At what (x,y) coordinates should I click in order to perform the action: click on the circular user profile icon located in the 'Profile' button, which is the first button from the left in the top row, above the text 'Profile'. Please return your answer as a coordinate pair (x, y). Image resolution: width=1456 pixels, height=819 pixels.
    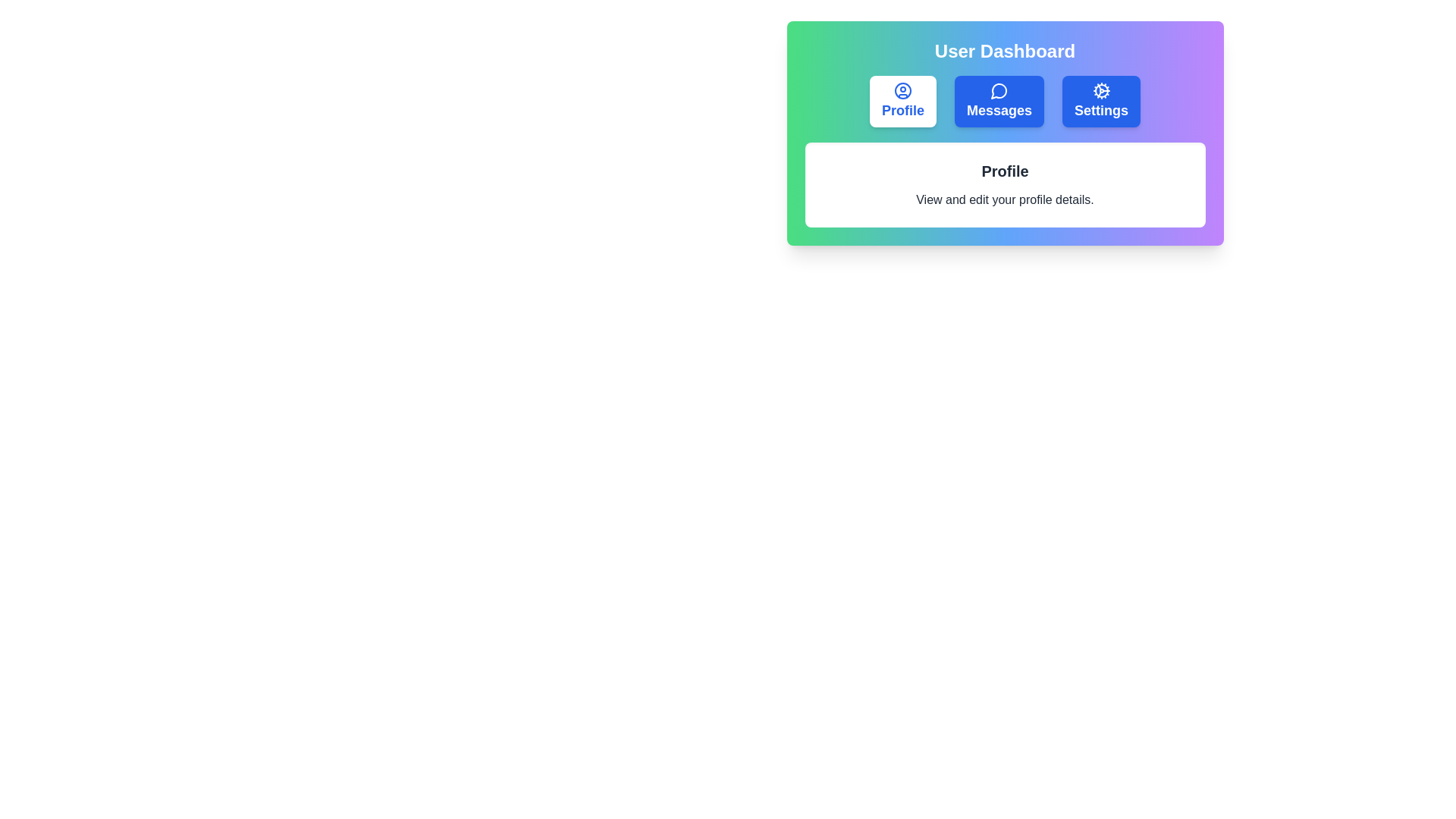
    Looking at the image, I should click on (902, 90).